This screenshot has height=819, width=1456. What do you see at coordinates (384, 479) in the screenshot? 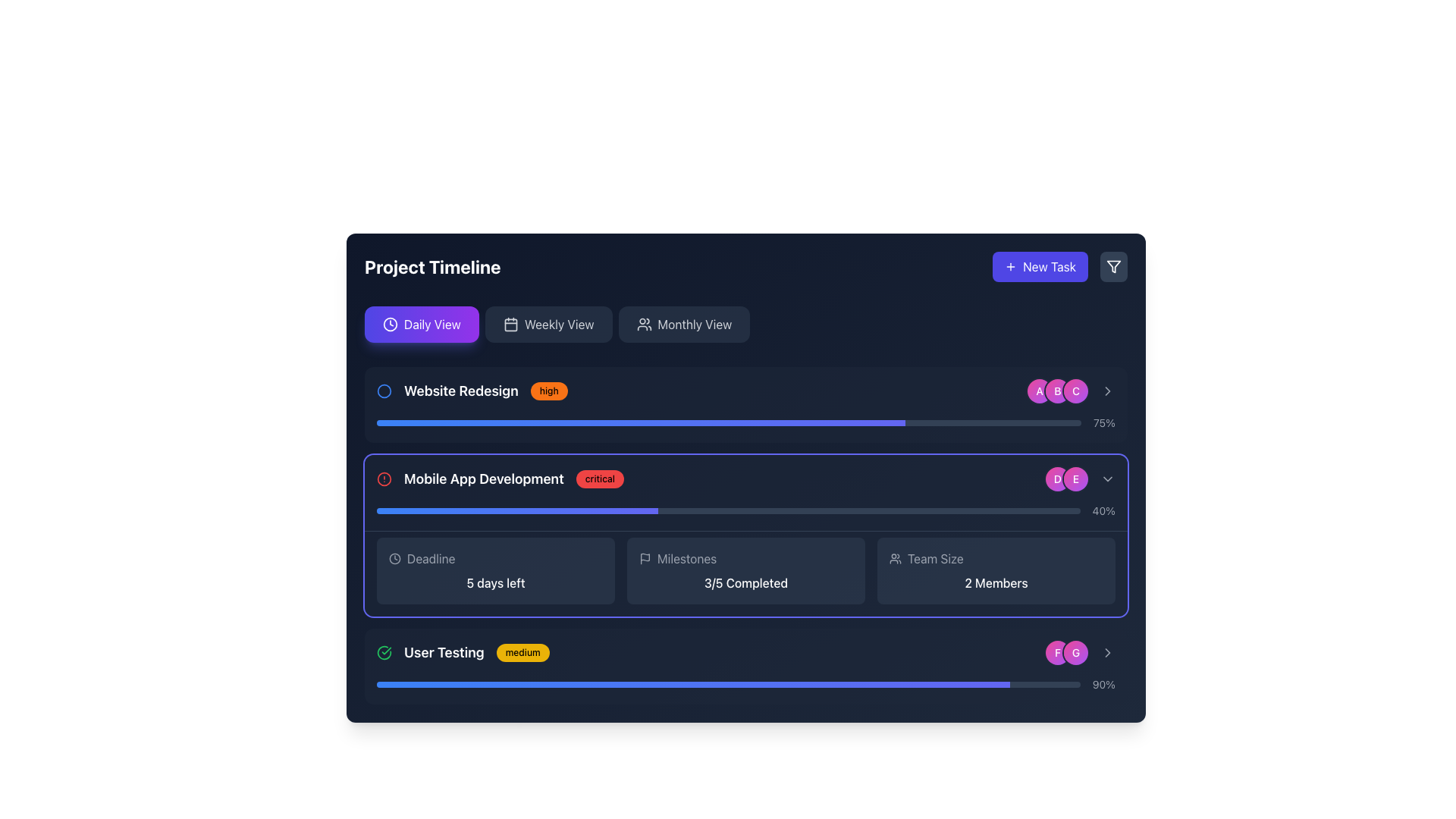
I see `the Alert indicator icon located to the left of the 'Mobile App Development' text to associate it with its label` at bounding box center [384, 479].